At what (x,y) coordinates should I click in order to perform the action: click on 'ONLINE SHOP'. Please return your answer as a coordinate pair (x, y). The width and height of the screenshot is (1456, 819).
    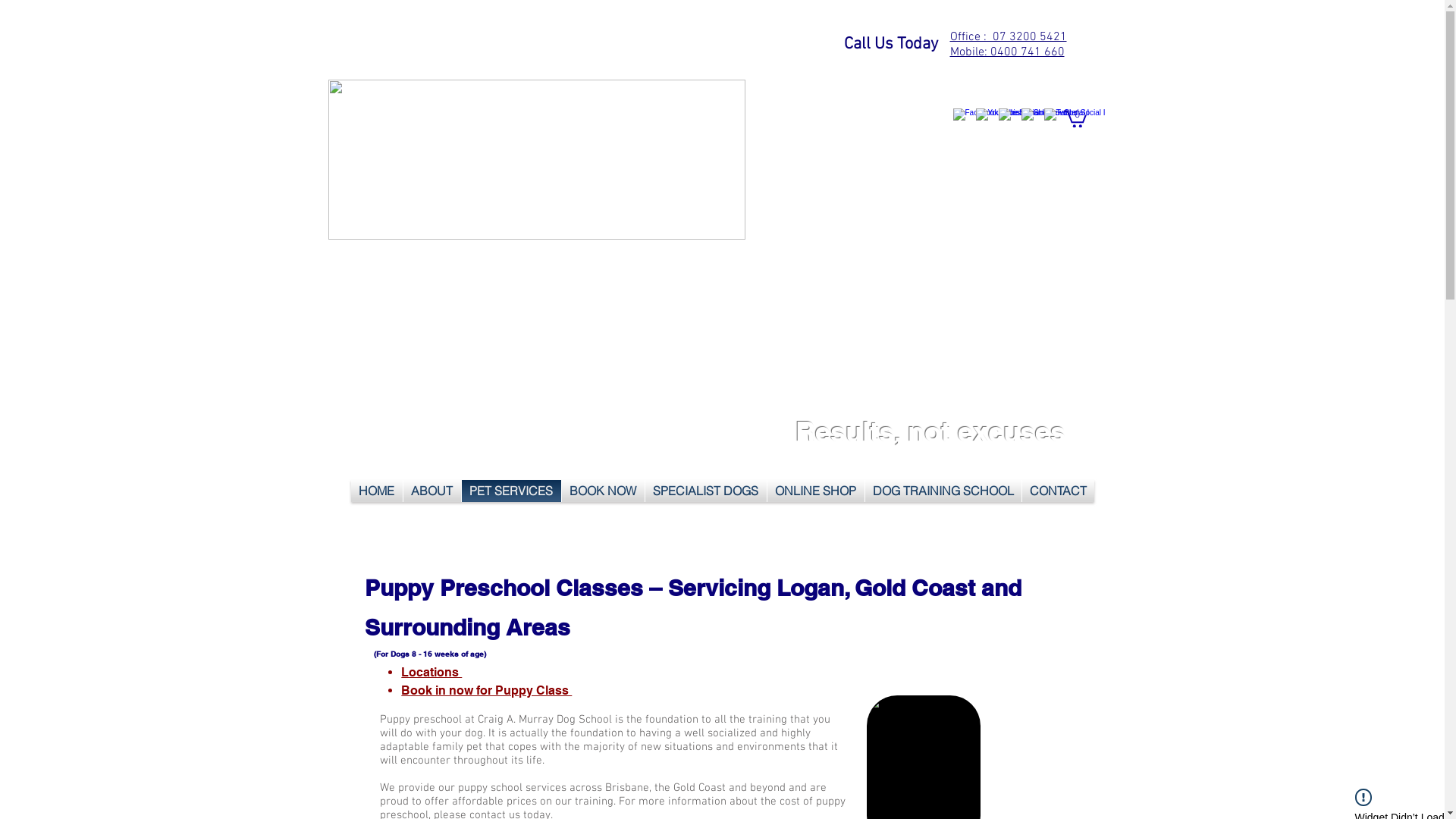
    Looking at the image, I should click on (814, 491).